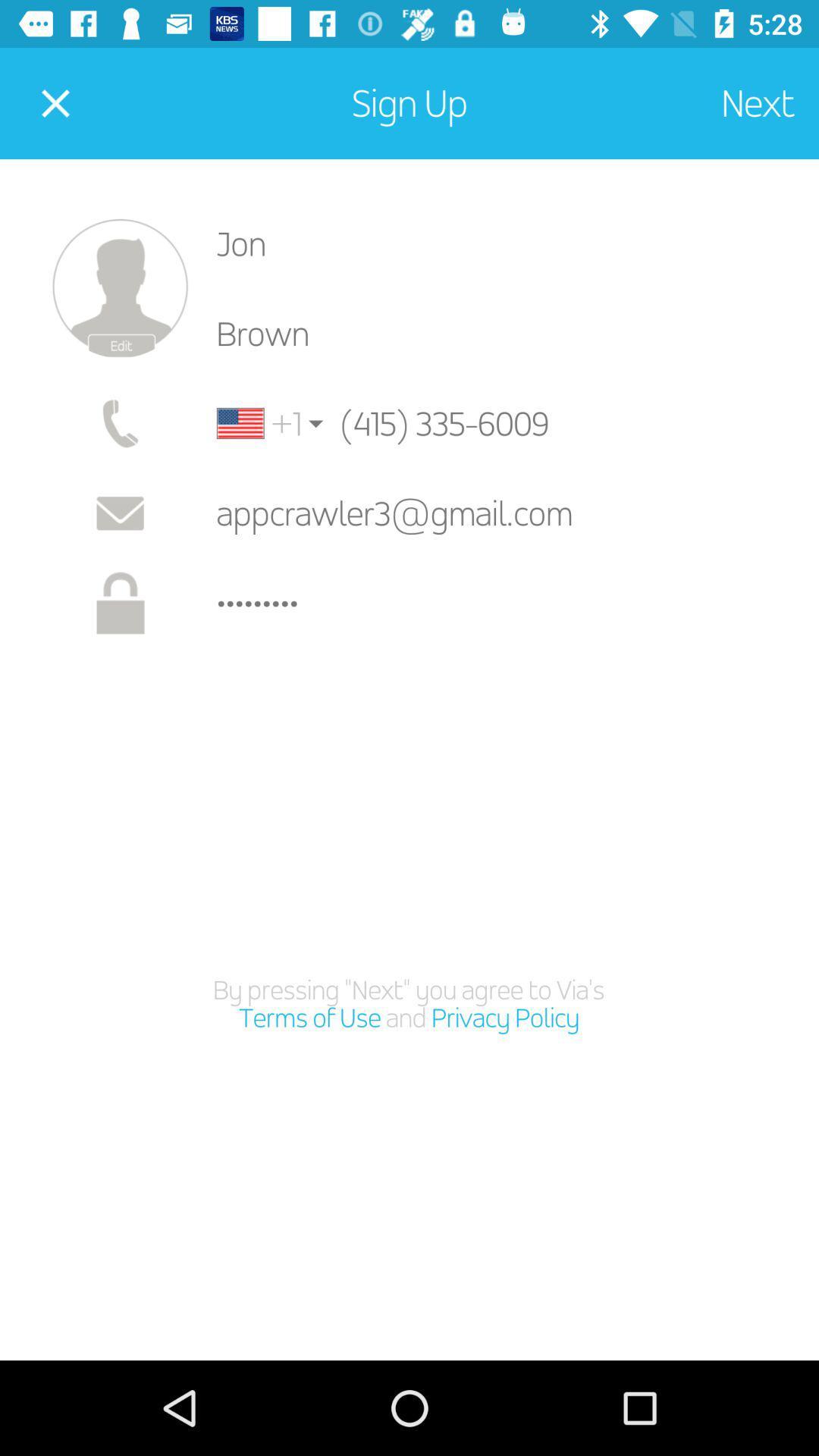  What do you see at coordinates (471, 423) in the screenshot?
I see `icon above appcrawler3@gmail.com icon` at bounding box center [471, 423].